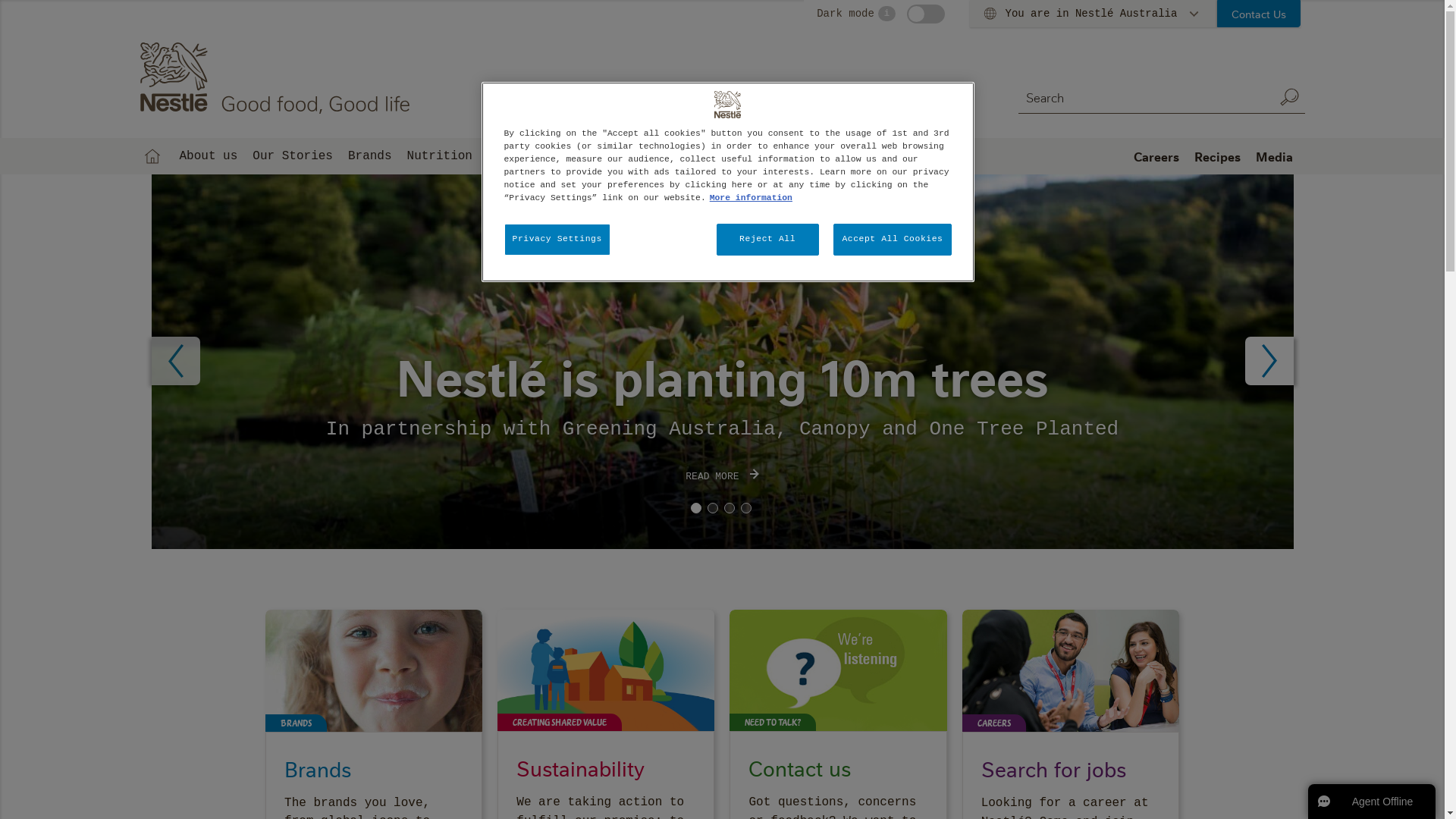 This screenshot has height=819, width=1456. What do you see at coordinates (152, 155) in the screenshot?
I see `'Home'` at bounding box center [152, 155].